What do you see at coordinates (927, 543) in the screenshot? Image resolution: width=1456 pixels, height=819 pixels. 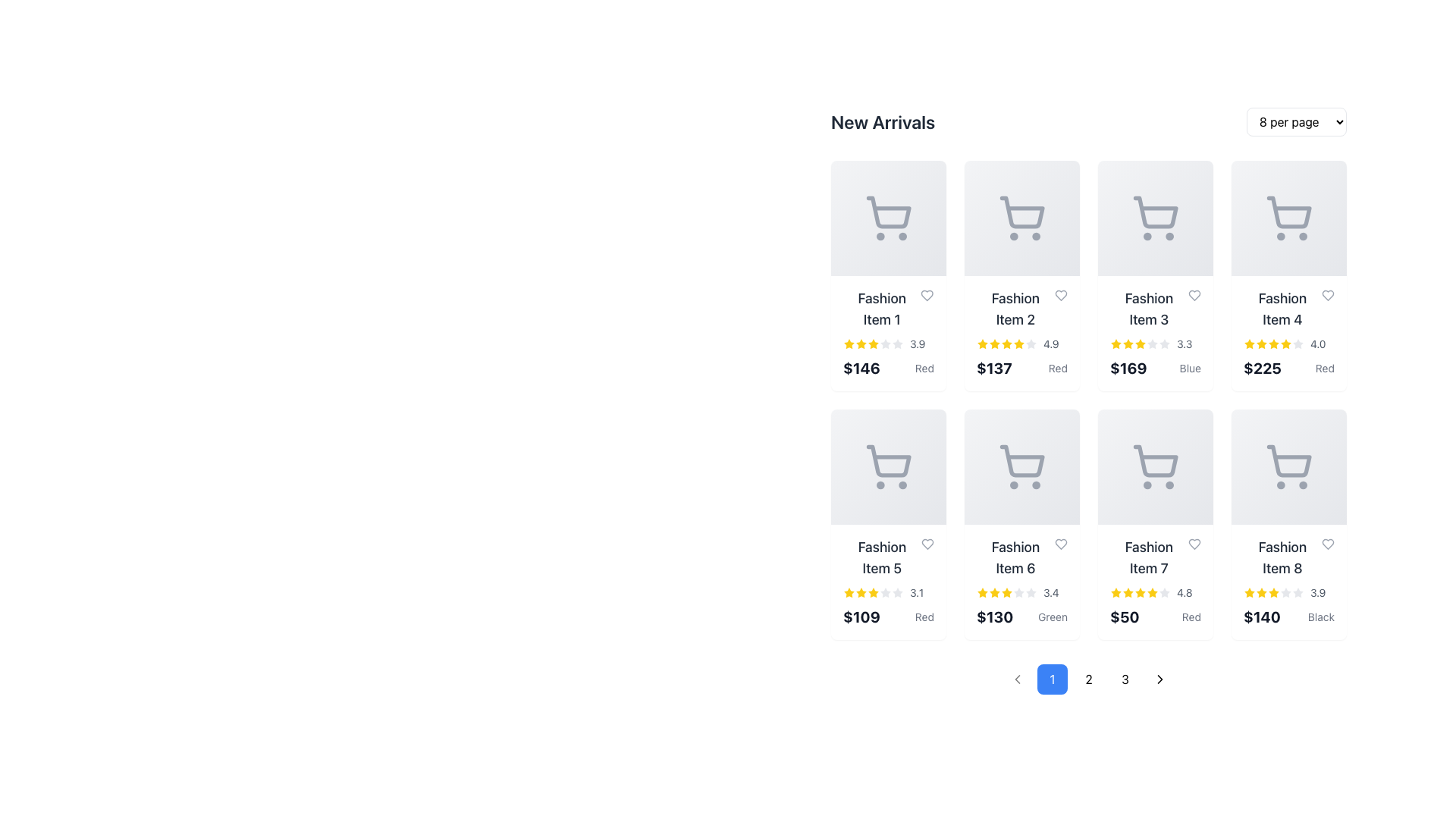 I see `the heart-shaped icon button located to the right of 'Fashion Item 5' to favorite the item` at bounding box center [927, 543].